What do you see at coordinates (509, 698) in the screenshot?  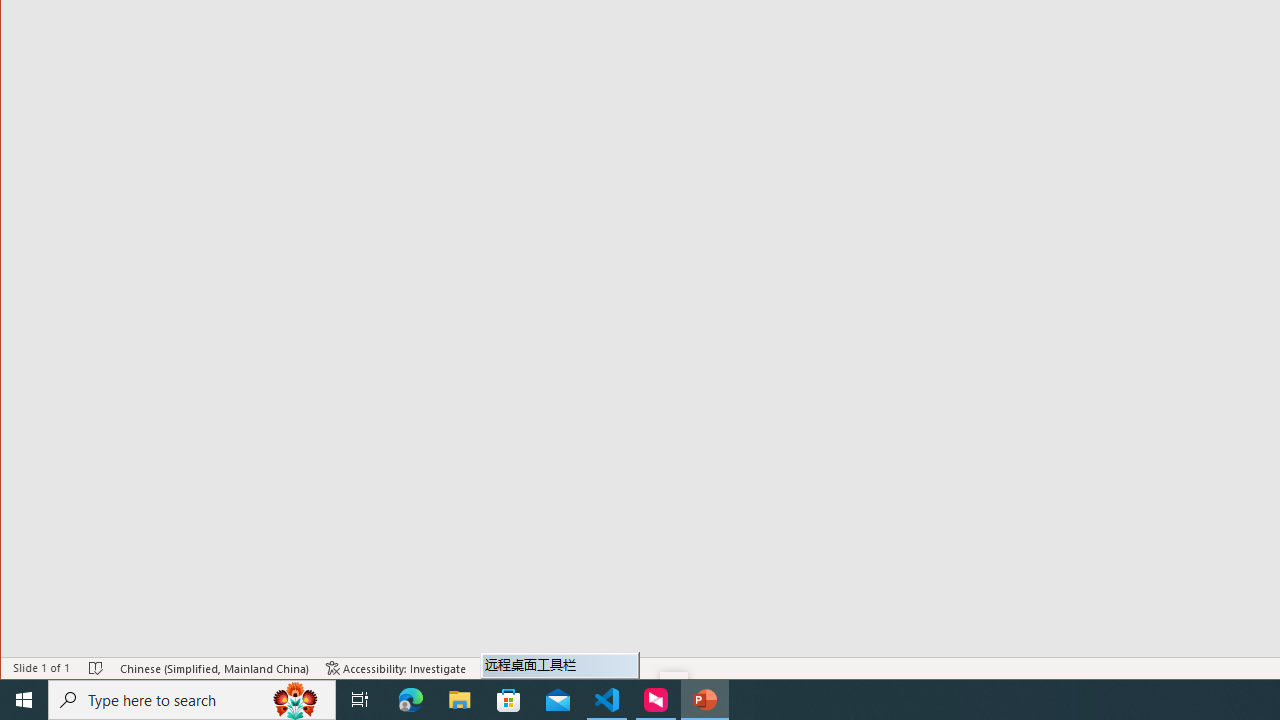 I see `'Microsoft Store'` at bounding box center [509, 698].